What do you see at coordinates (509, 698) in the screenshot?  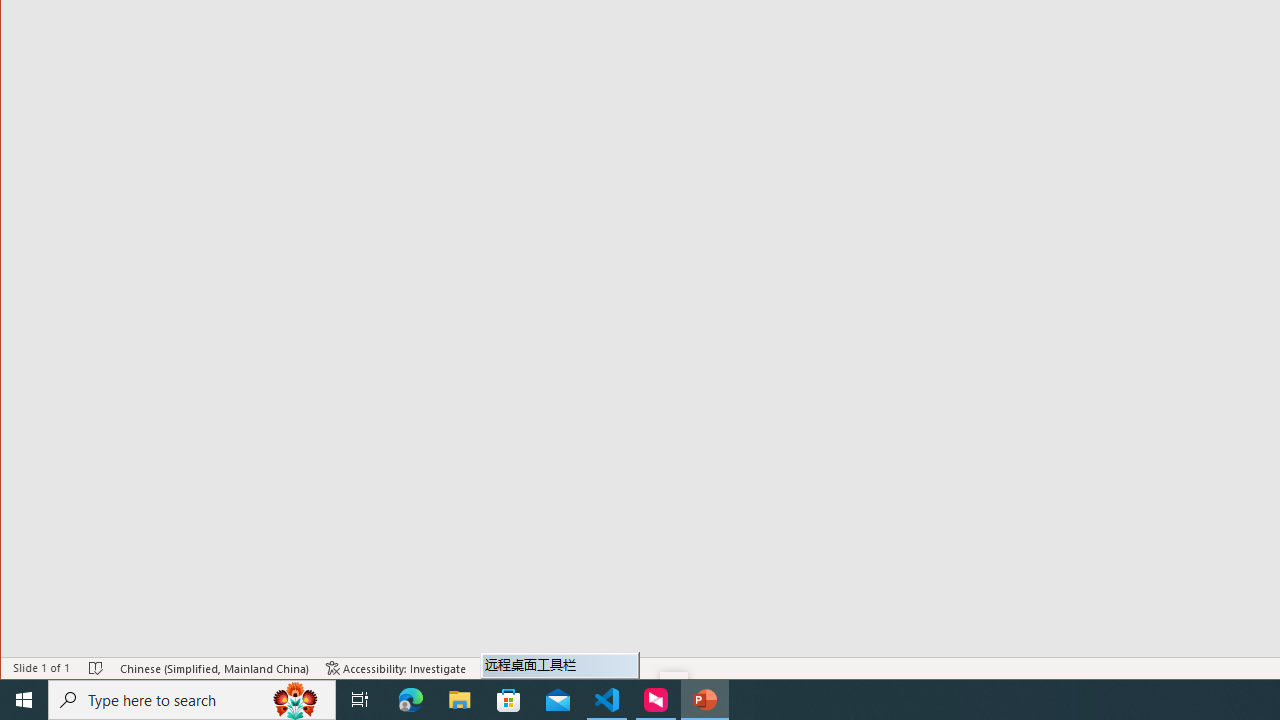 I see `'Microsoft Store'` at bounding box center [509, 698].